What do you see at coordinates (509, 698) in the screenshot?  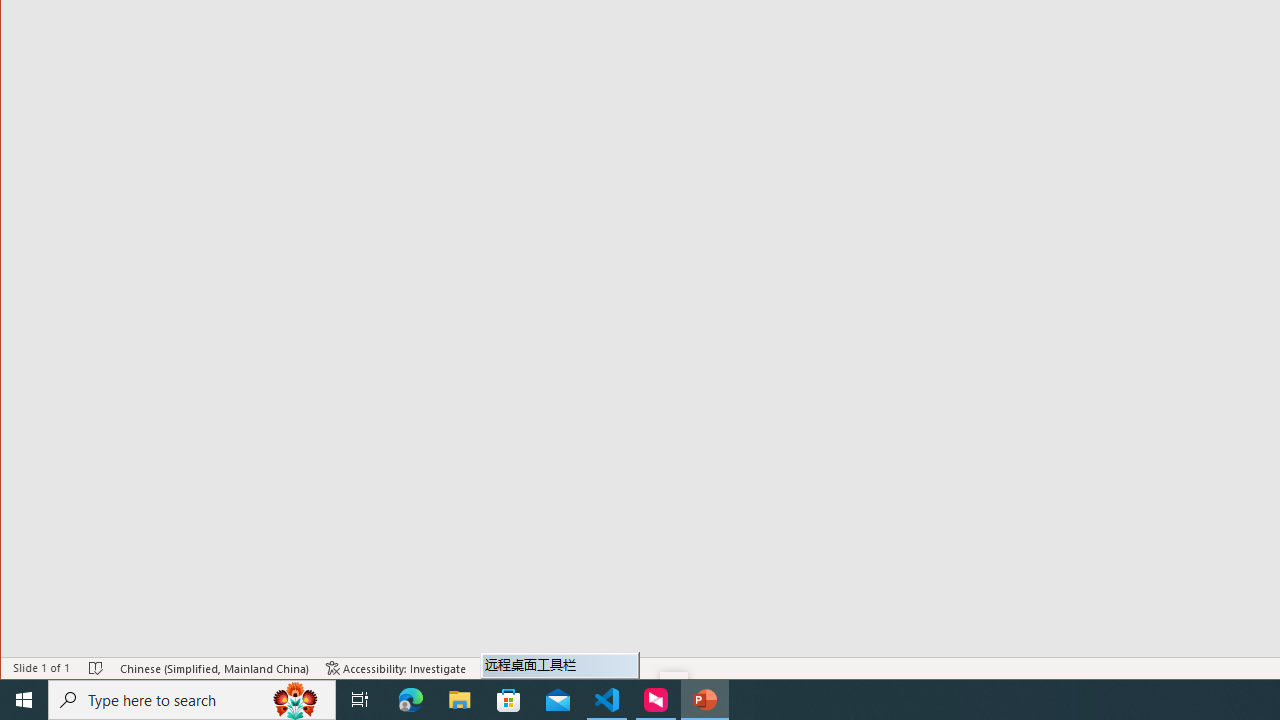 I see `'Microsoft Store'` at bounding box center [509, 698].